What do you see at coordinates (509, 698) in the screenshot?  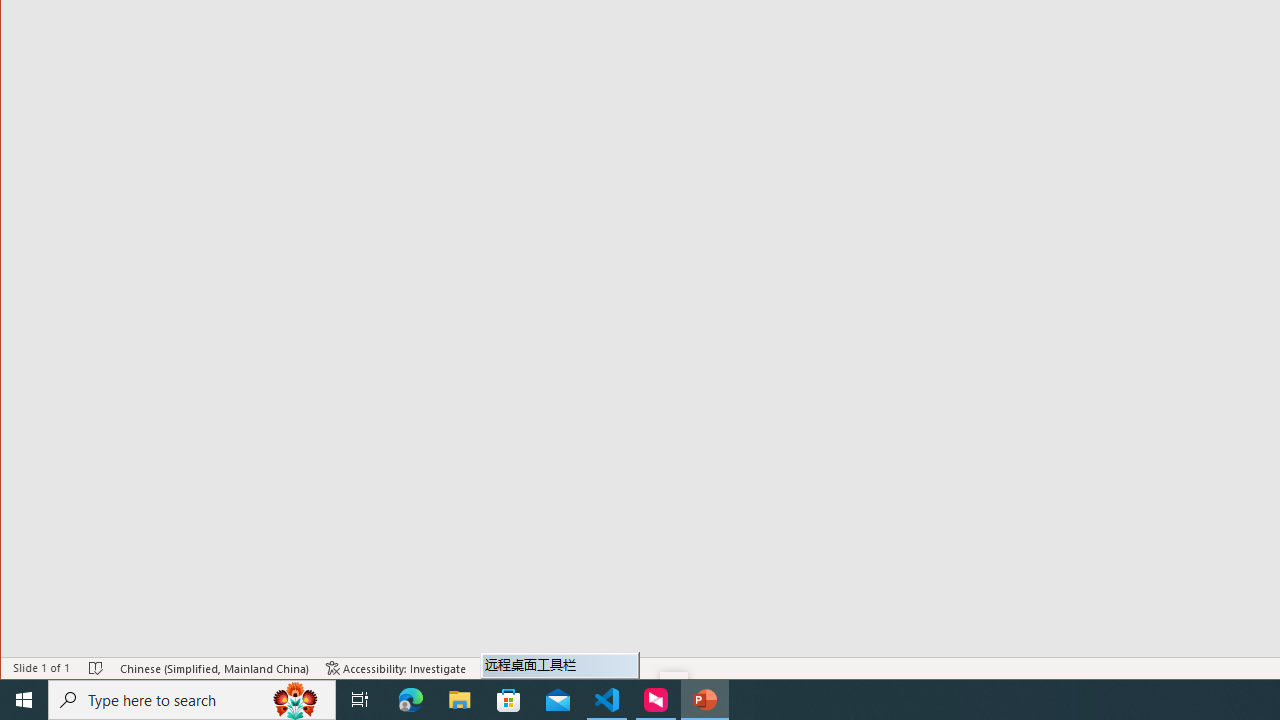 I see `'Microsoft Store'` at bounding box center [509, 698].